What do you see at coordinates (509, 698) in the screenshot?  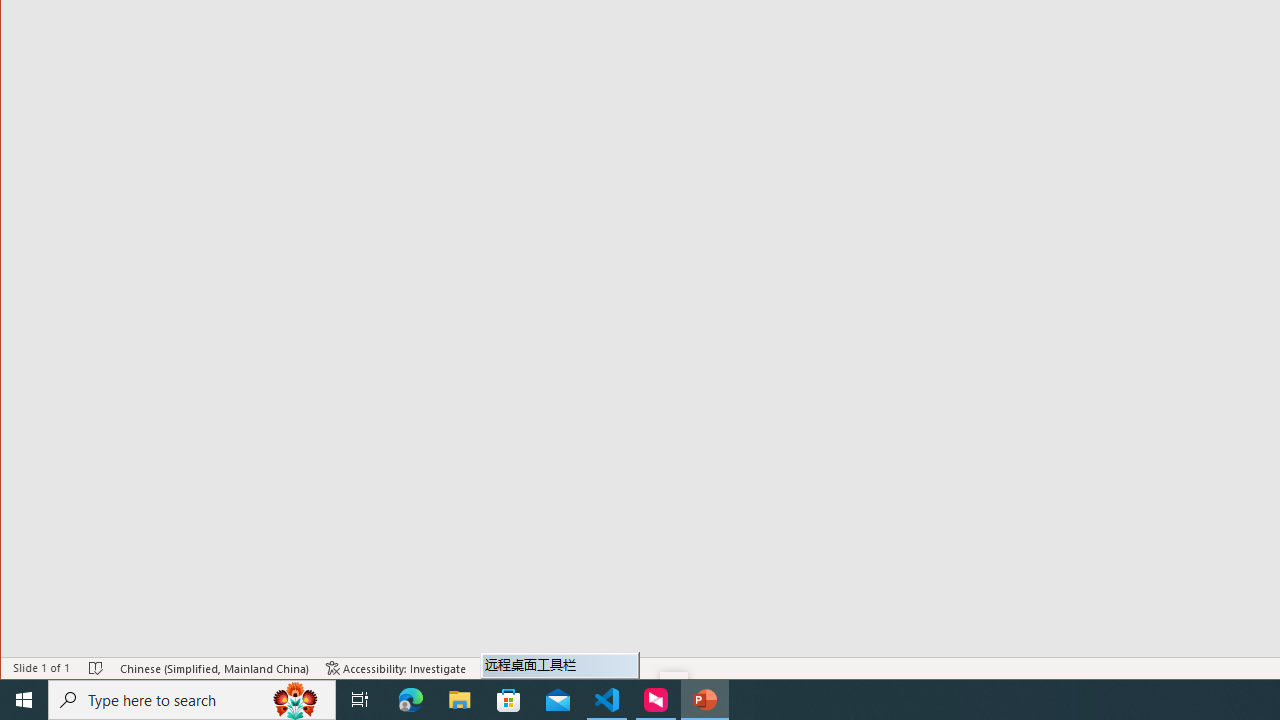 I see `'Microsoft Store'` at bounding box center [509, 698].